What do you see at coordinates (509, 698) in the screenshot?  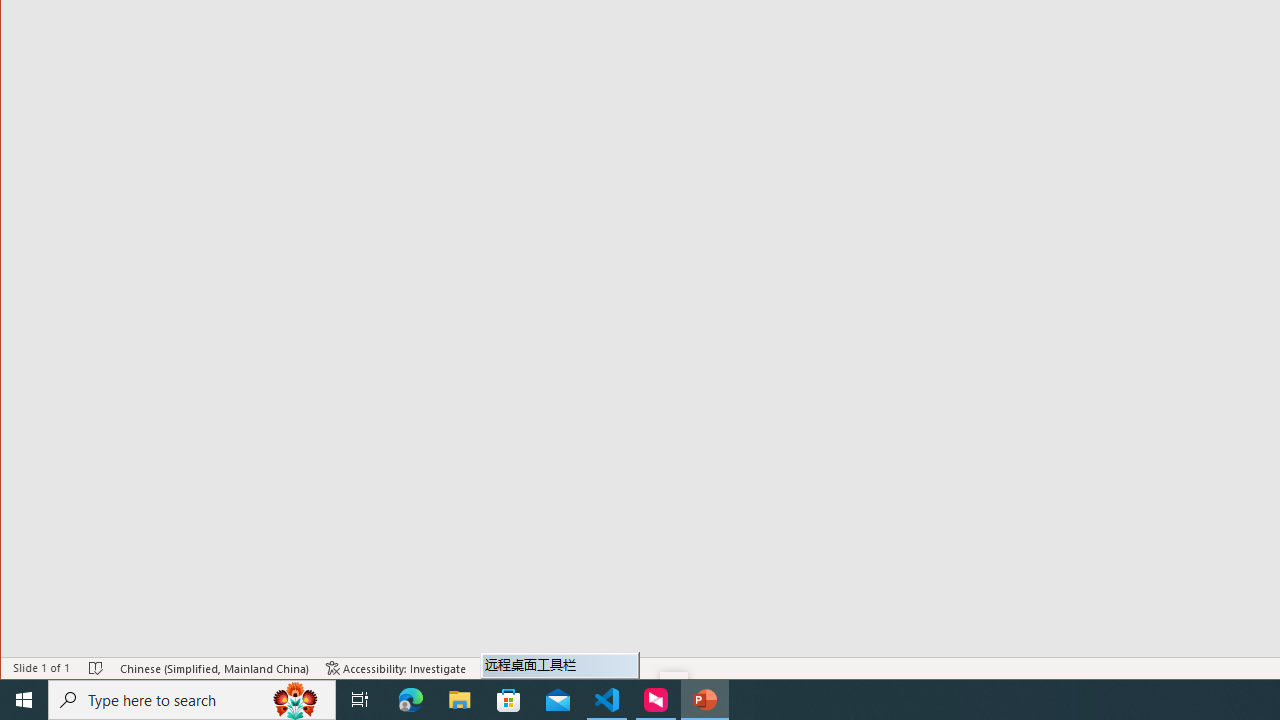 I see `'Microsoft Store'` at bounding box center [509, 698].